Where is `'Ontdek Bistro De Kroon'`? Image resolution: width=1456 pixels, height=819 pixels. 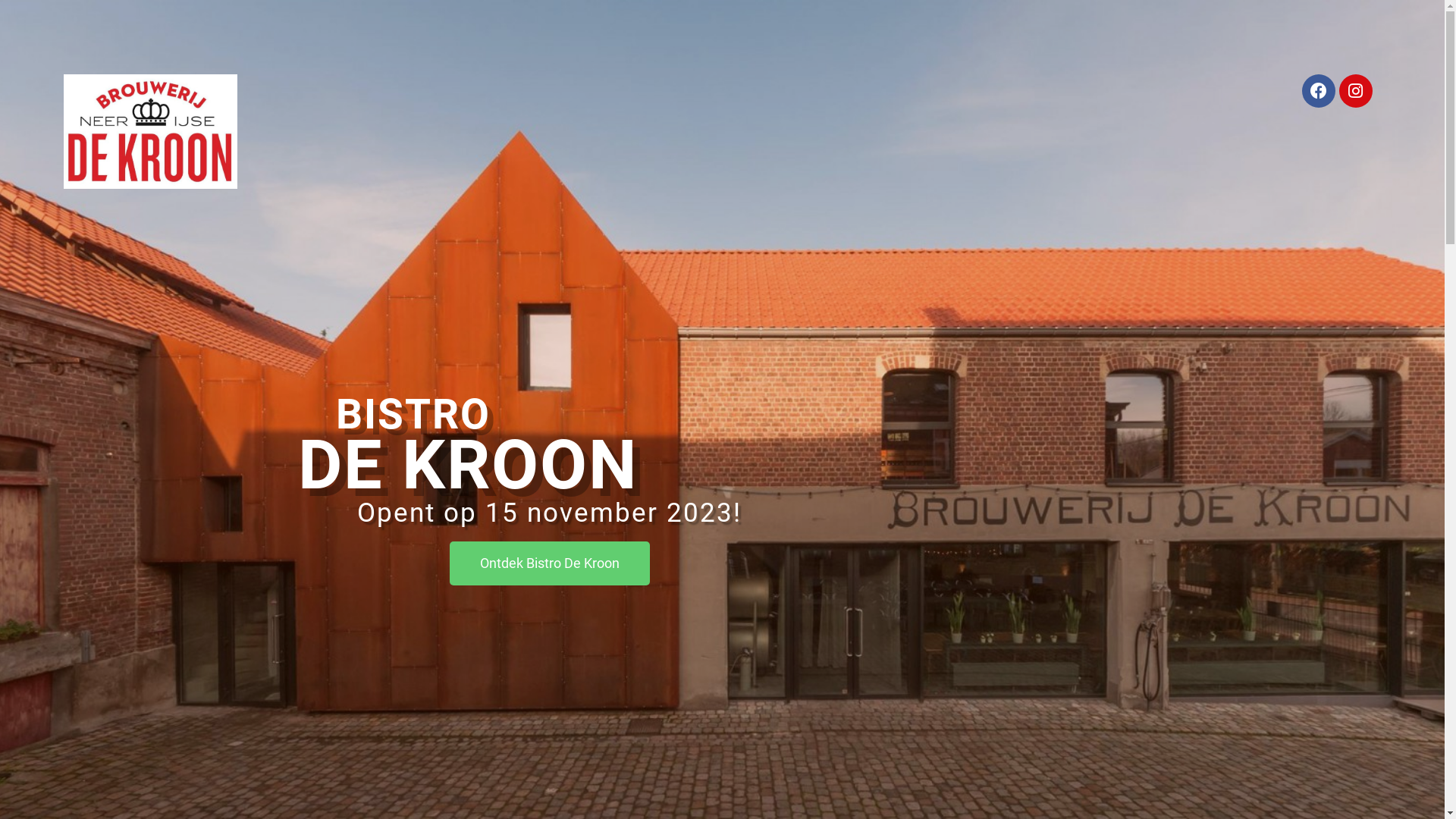 'Ontdek Bistro De Kroon' is located at coordinates (548, 563).